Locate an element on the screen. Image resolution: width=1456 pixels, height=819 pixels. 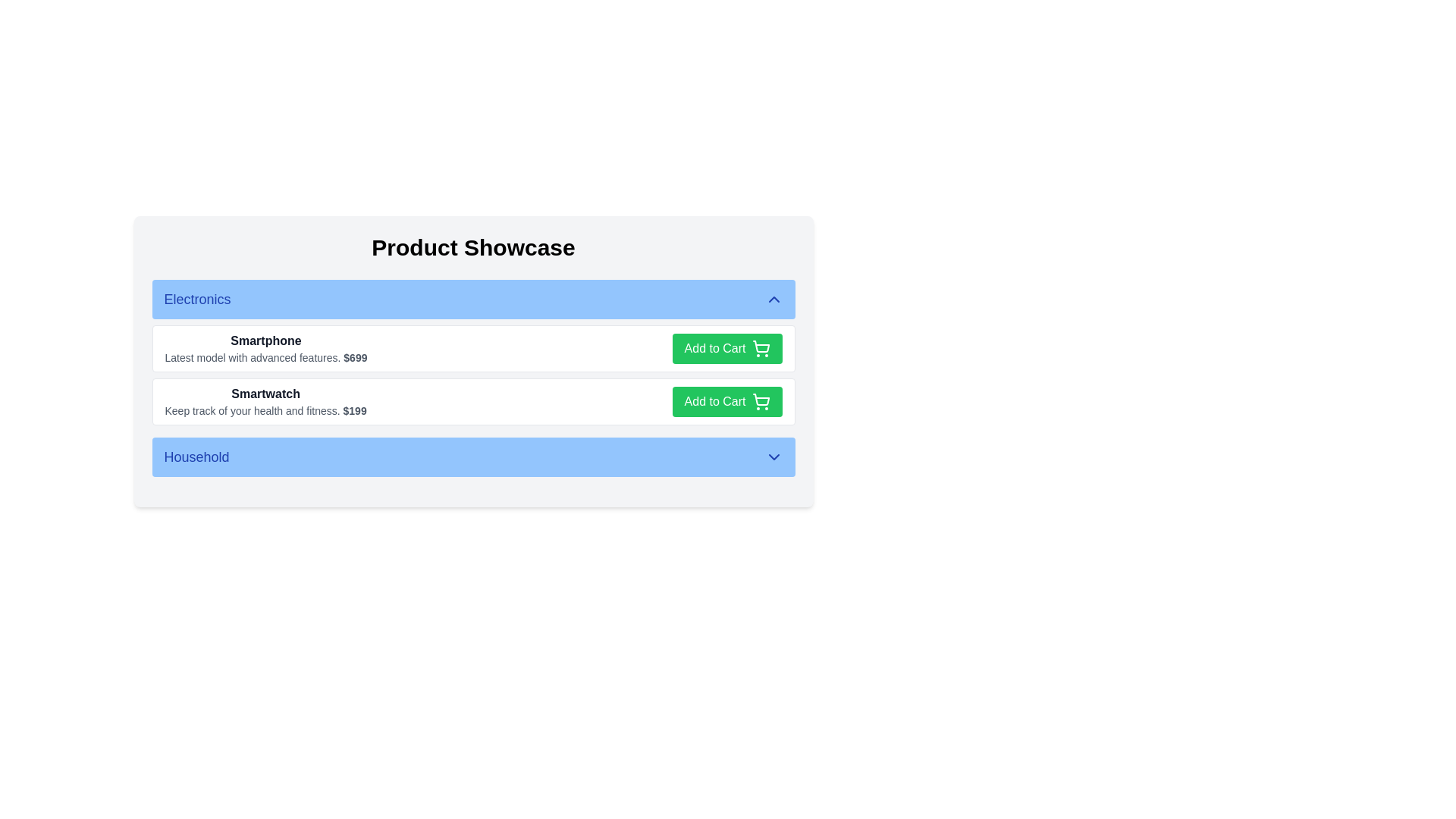
the shopping cart vector icon located within the 'Add to Cart' button for the 'Smartphone' product option in the 'Electronics' category is located at coordinates (761, 347).